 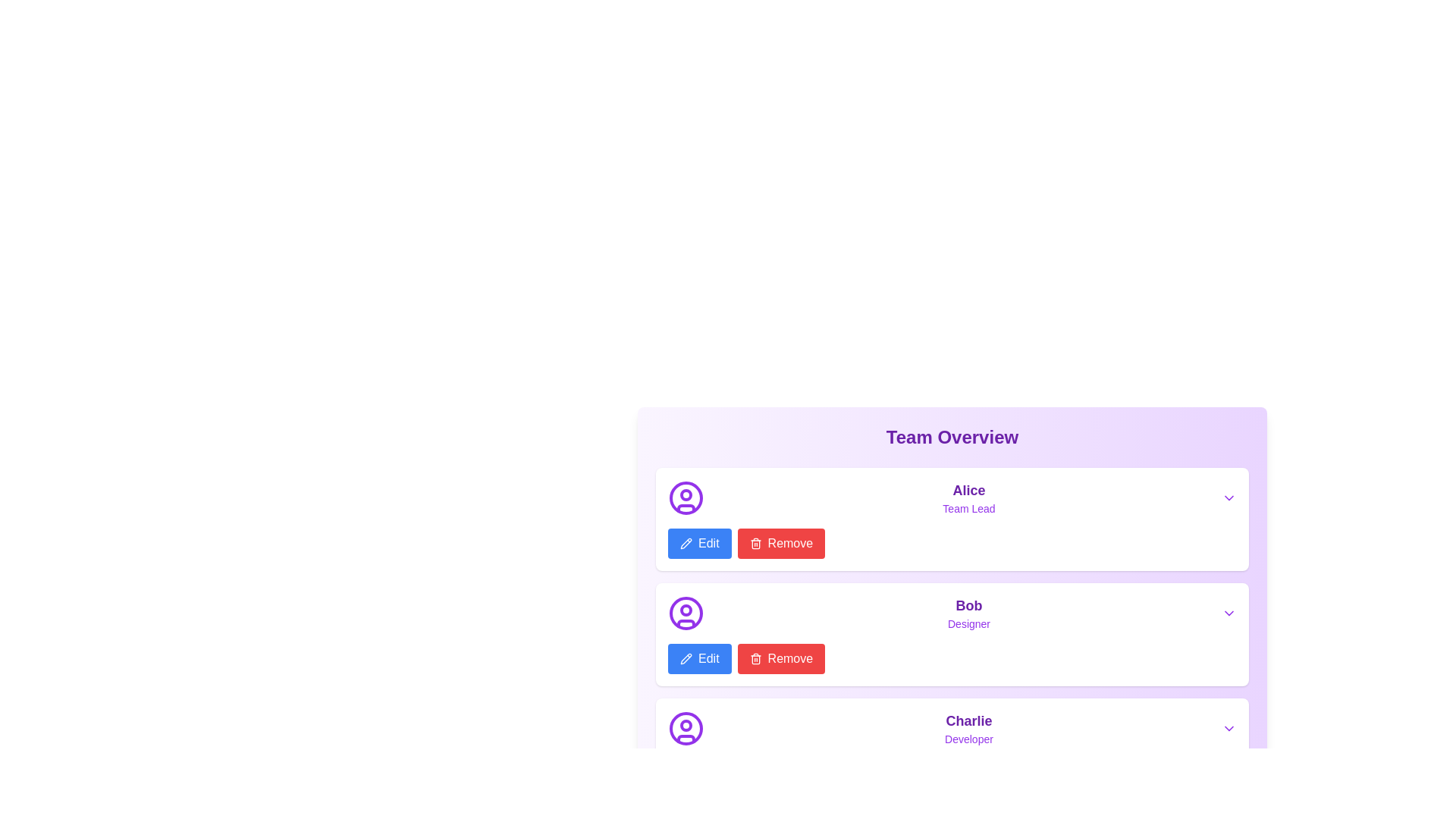 What do you see at coordinates (686, 613) in the screenshot?
I see `the user profile icon representing 'Bob' in the 'Team Overview' section, which is located to the left of his name and role text` at bounding box center [686, 613].